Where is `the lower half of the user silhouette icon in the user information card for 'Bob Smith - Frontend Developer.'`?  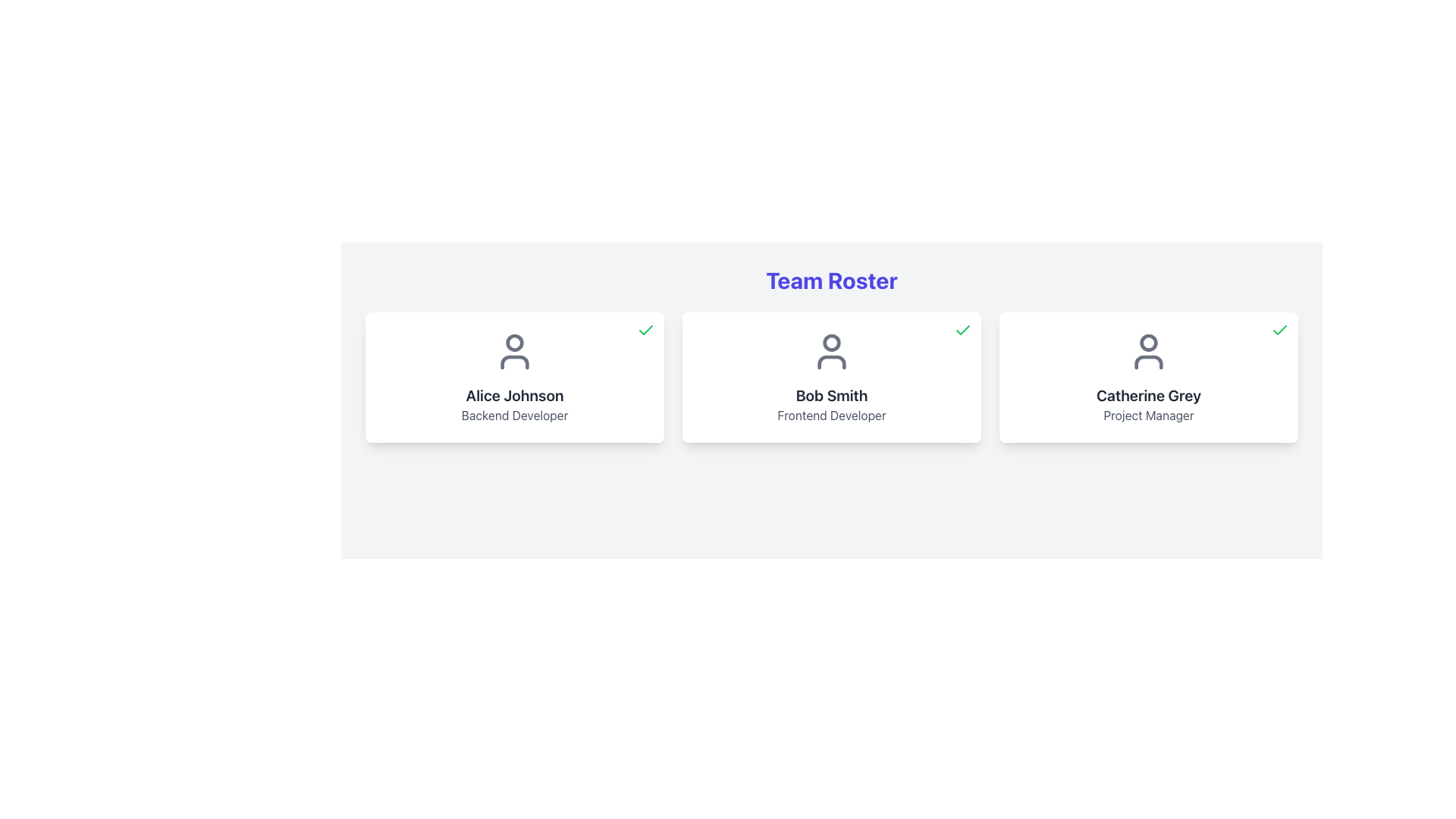
the lower half of the user silhouette icon in the user information card for 'Bob Smith - Frontend Developer.' is located at coordinates (831, 362).